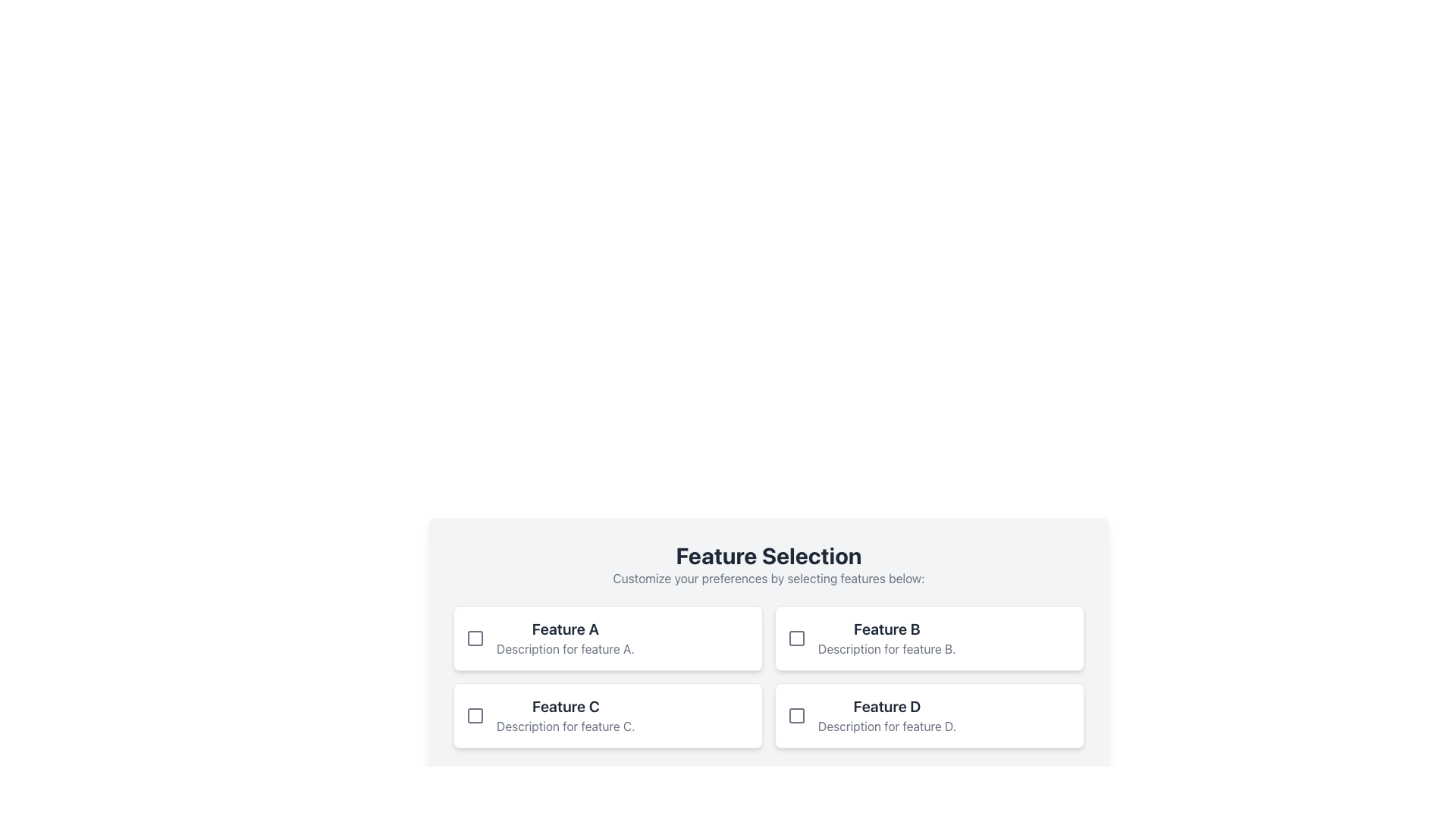  Describe the element at coordinates (768, 579) in the screenshot. I see `the static text element that reads 'Customize your preferences by selecting features below:' located beneath the main title 'Feature Selection'` at that location.